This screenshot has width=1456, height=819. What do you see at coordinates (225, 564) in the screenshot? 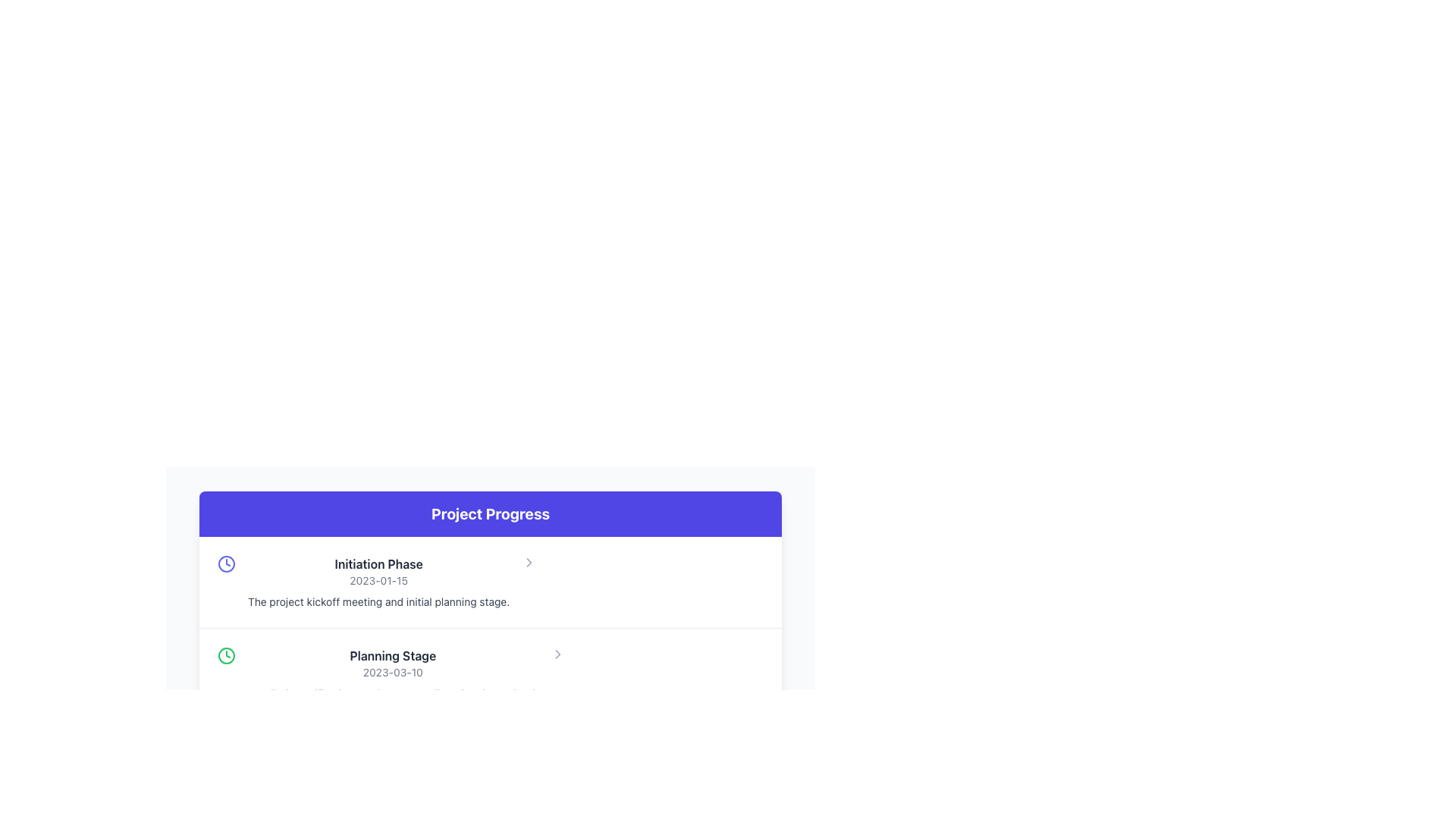
I see `the icon that represents the 'Initiation Phase' in the 'Project Progress' section, located in the first row next to the date '2023-01-15'` at bounding box center [225, 564].